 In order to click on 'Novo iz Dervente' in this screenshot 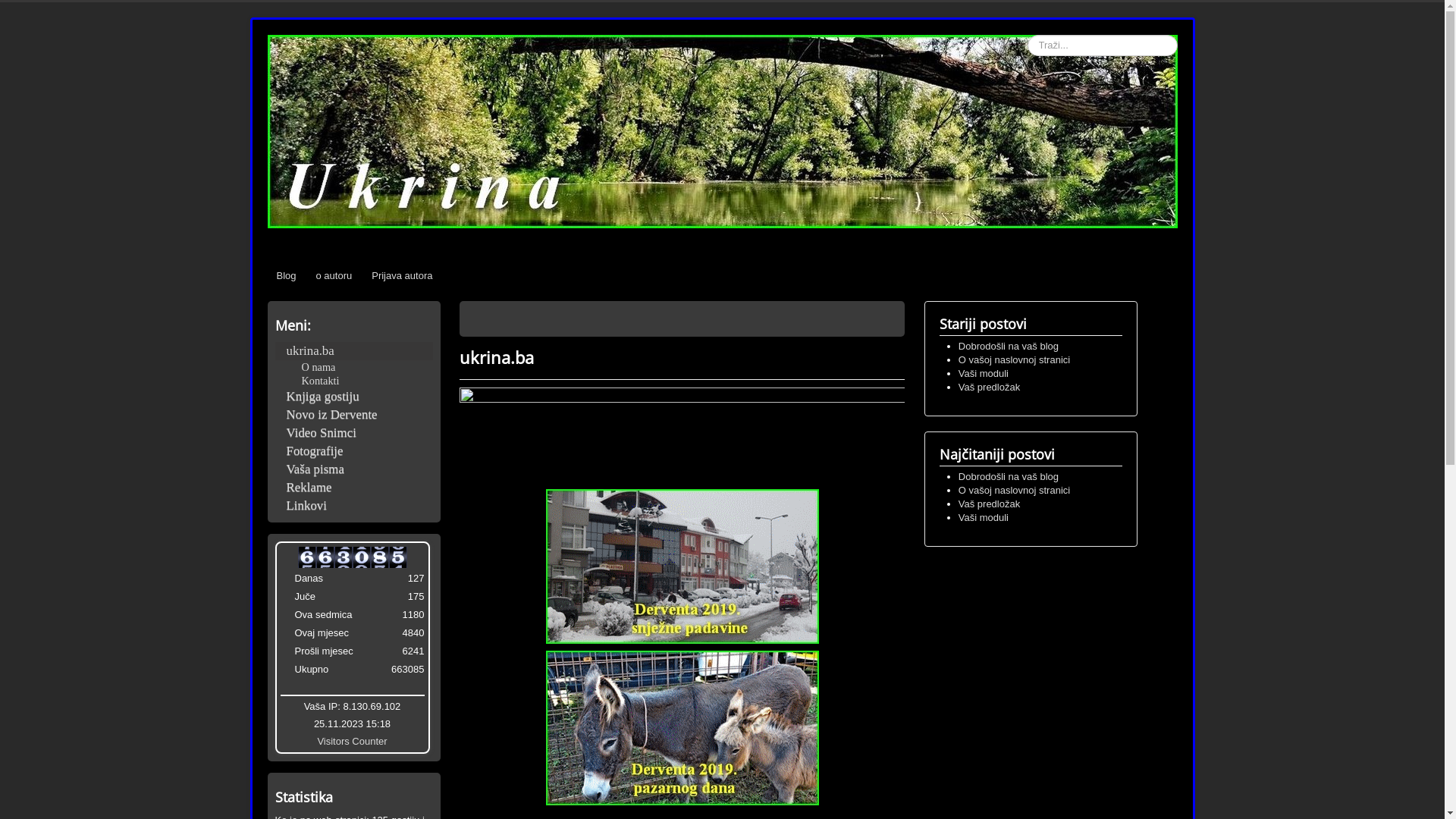, I will do `click(352, 415)`.